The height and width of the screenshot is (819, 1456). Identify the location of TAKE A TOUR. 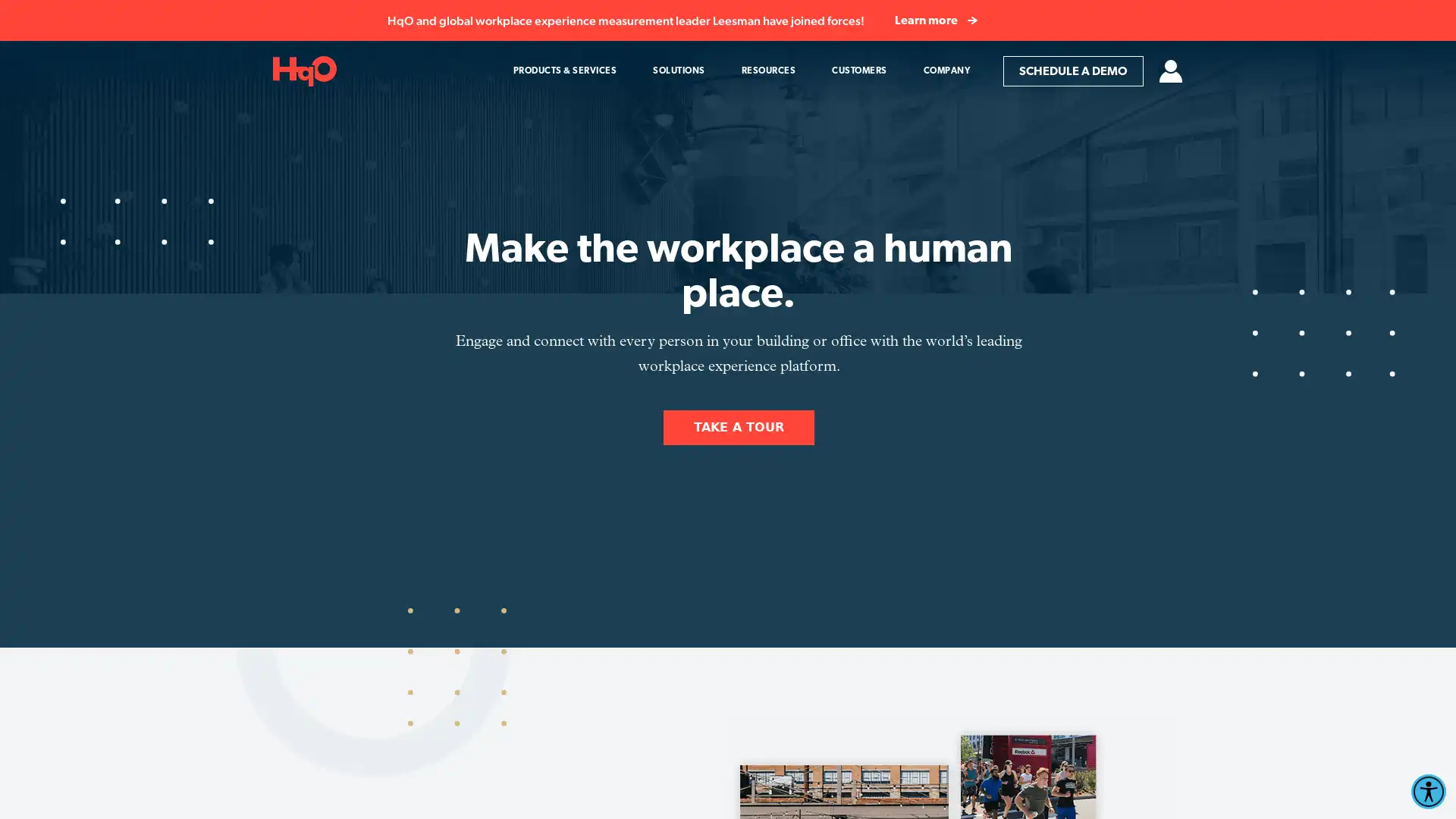
(739, 427).